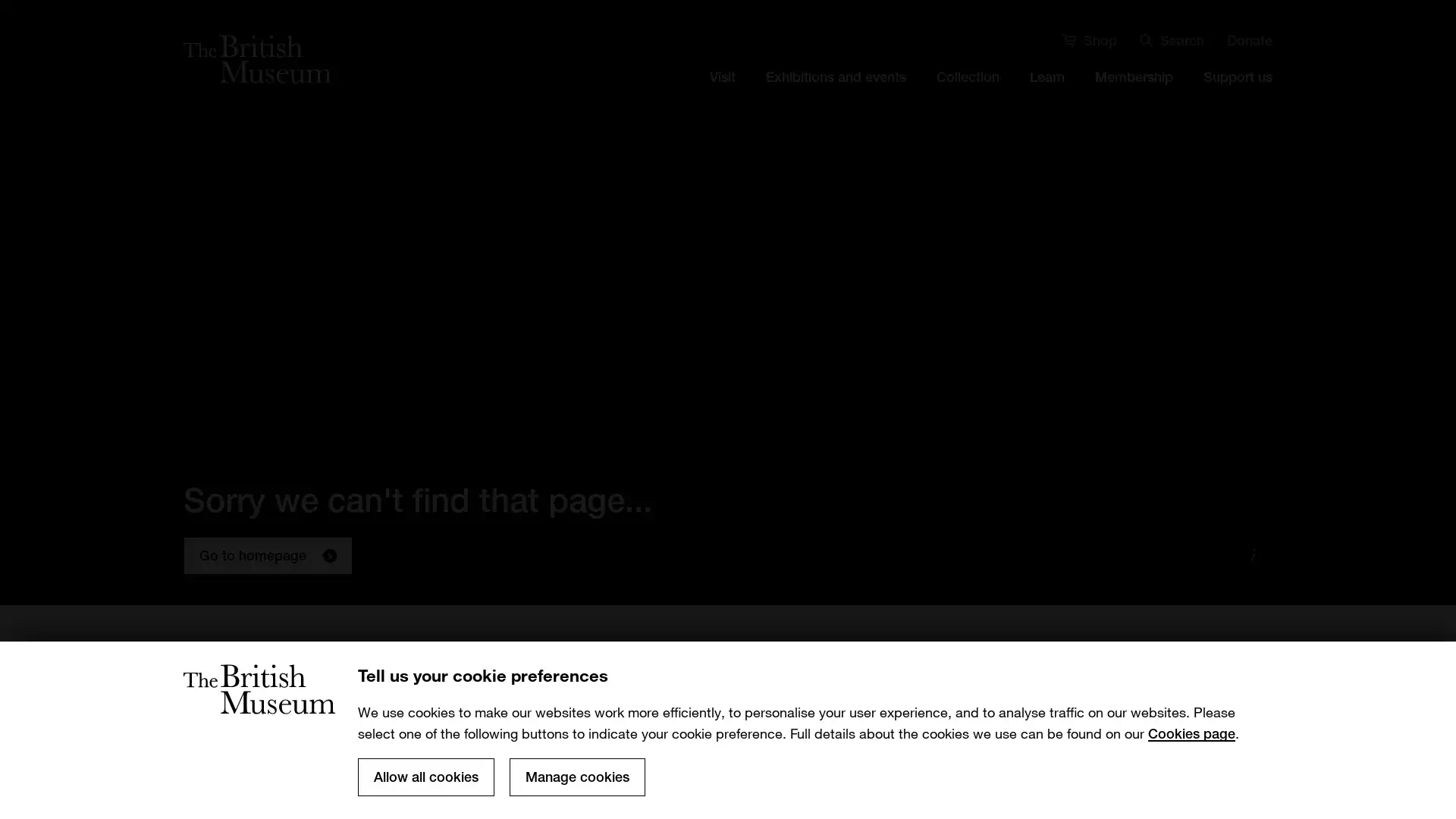 The height and width of the screenshot is (819, 1456). I want to click on Allow all cookies, so click(425, 777).